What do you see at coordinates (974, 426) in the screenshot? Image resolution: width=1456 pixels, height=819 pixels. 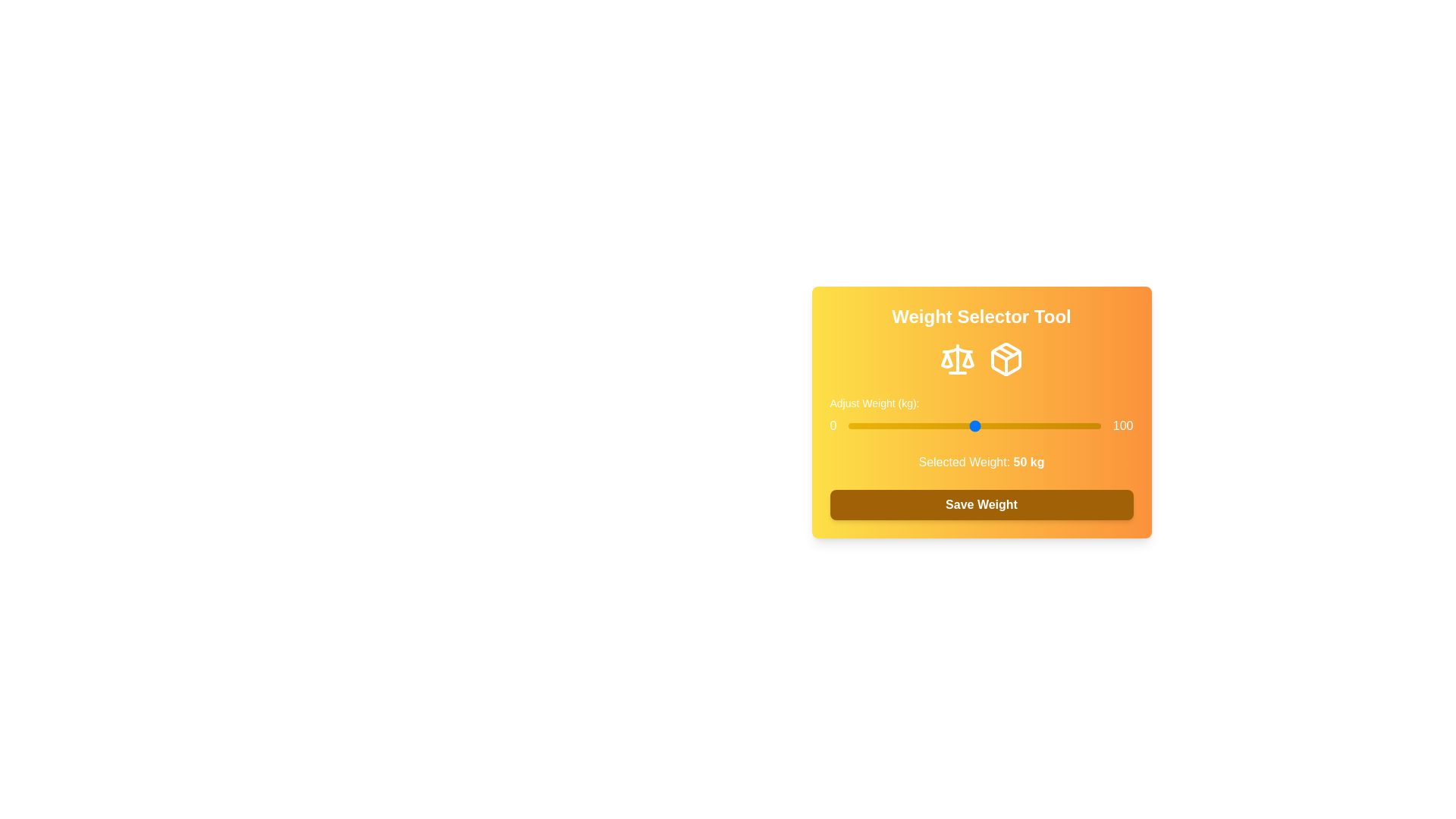 I see `the weight slider to focus on it` at bounding box center [974, 426].